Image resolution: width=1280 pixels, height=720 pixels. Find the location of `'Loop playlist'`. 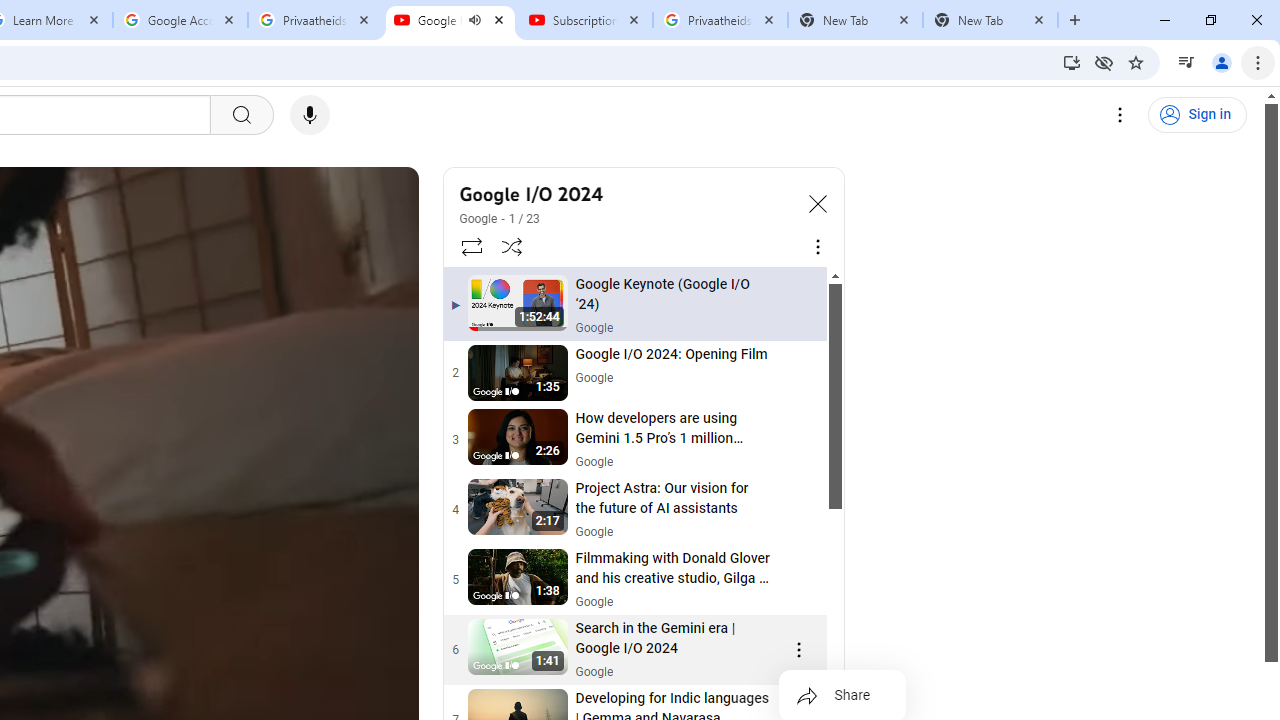

'Loop playlist' is located at coordinates (470, 245).